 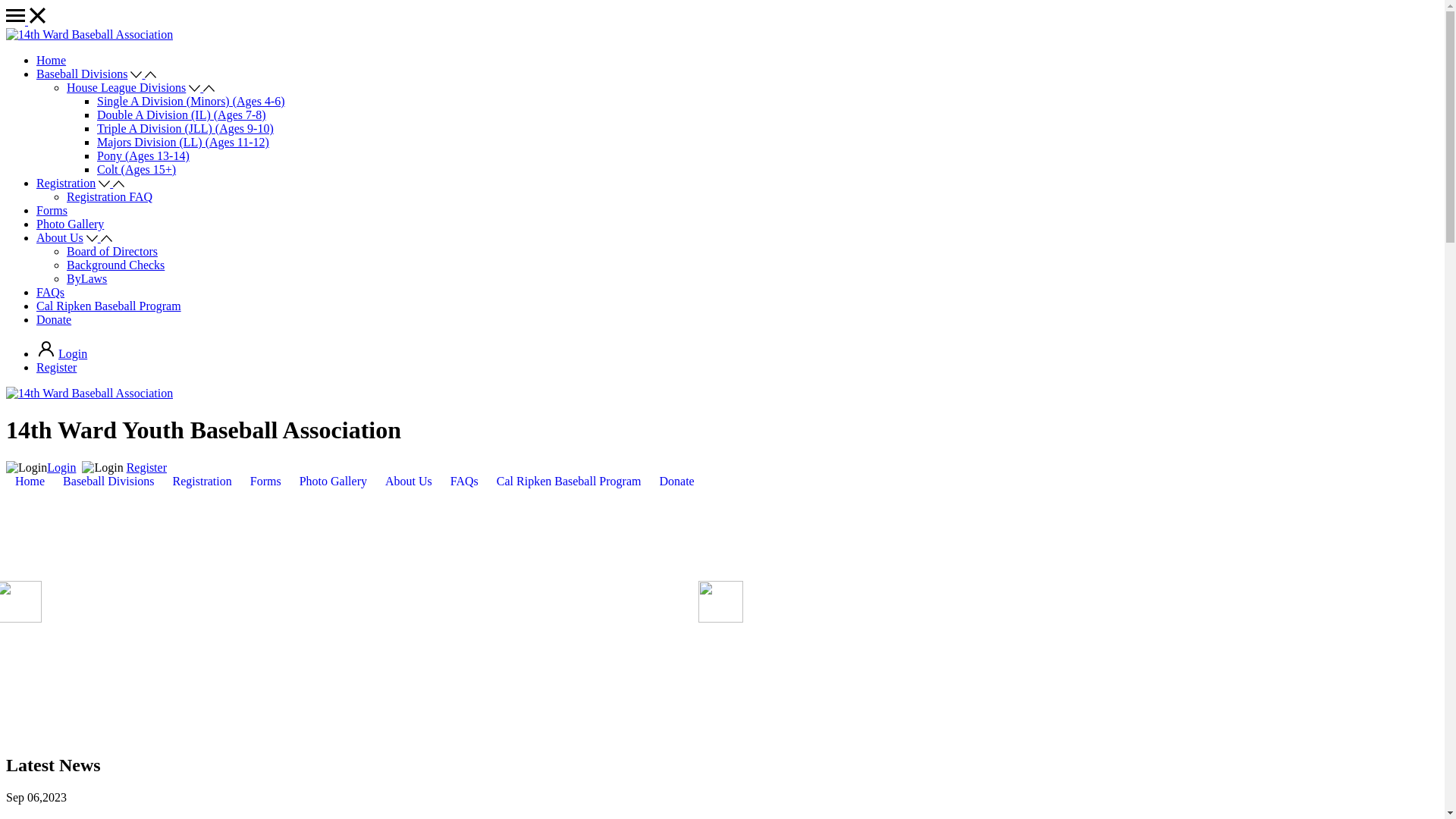 What do you see at coordinates (676, 482) in the screenshot?
I see `'Donate'` at bounding box center [676, 482].